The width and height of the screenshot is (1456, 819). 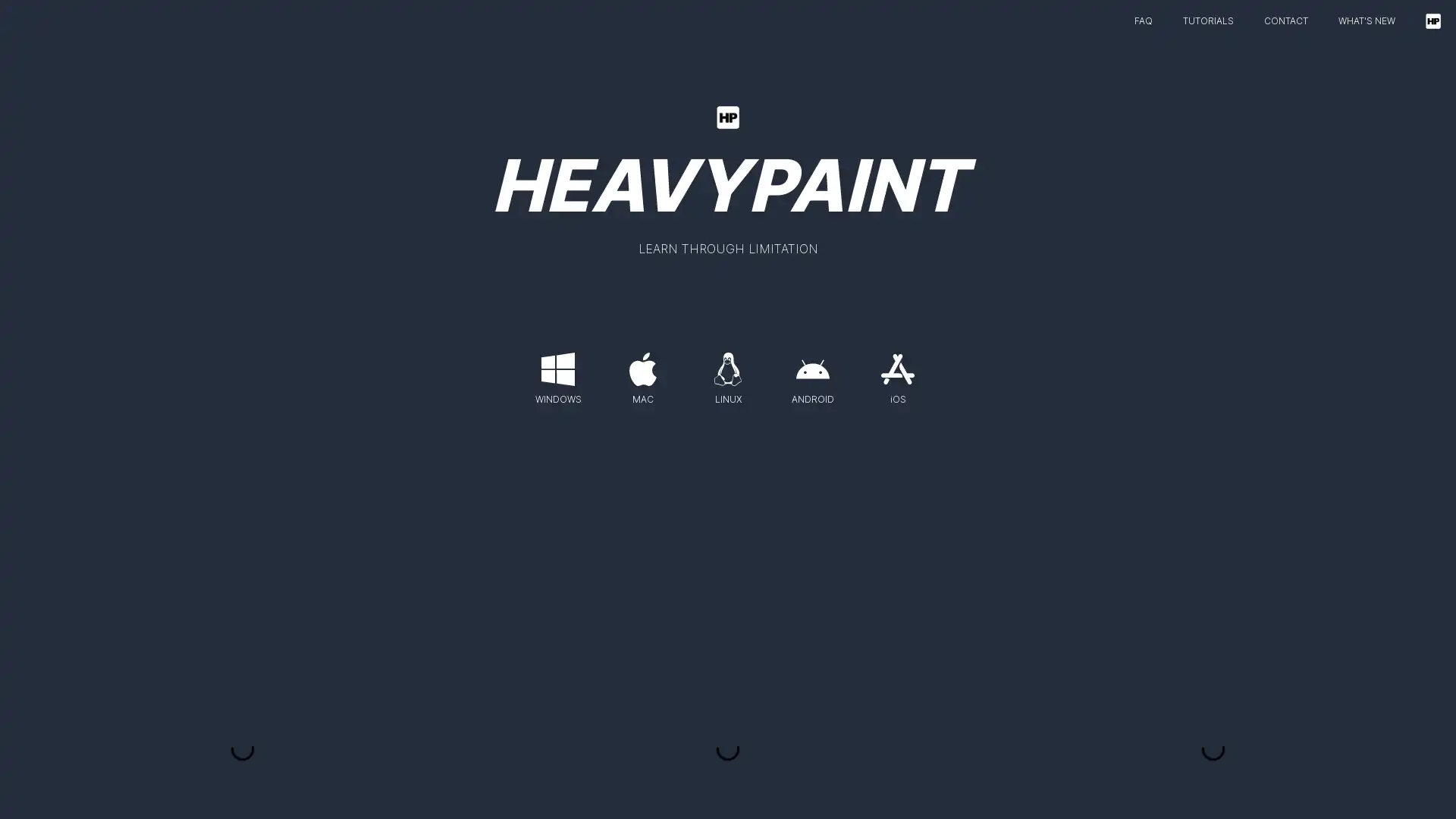 What do you see at coordinates (811, 374) in the screenshot?
I see `ANDROID` at bounding box center [811, 374].